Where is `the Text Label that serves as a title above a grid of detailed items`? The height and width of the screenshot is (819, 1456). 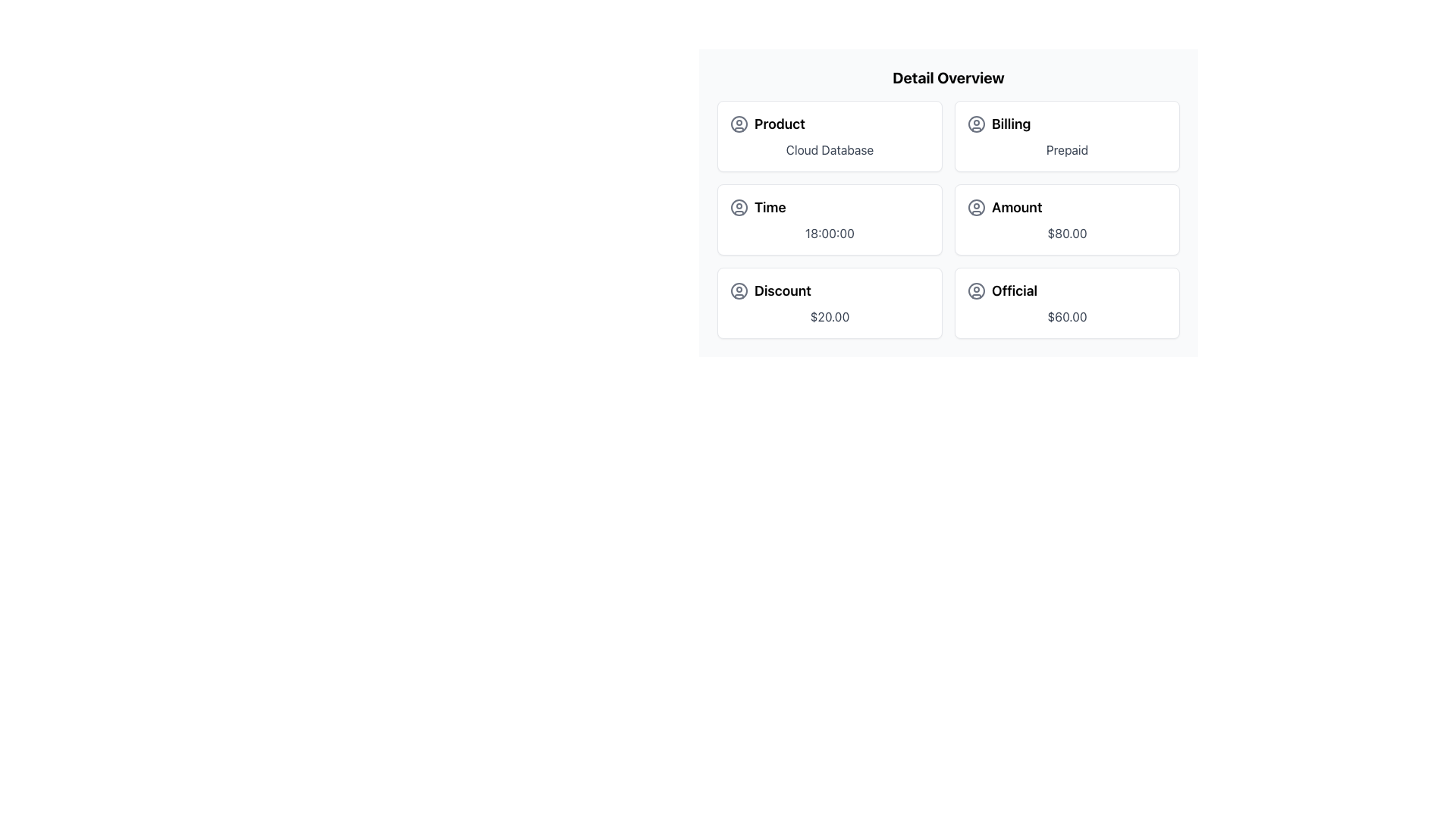
the Text Label that serves as a title above a grid of detailed items is located at coordinates (948, 78).